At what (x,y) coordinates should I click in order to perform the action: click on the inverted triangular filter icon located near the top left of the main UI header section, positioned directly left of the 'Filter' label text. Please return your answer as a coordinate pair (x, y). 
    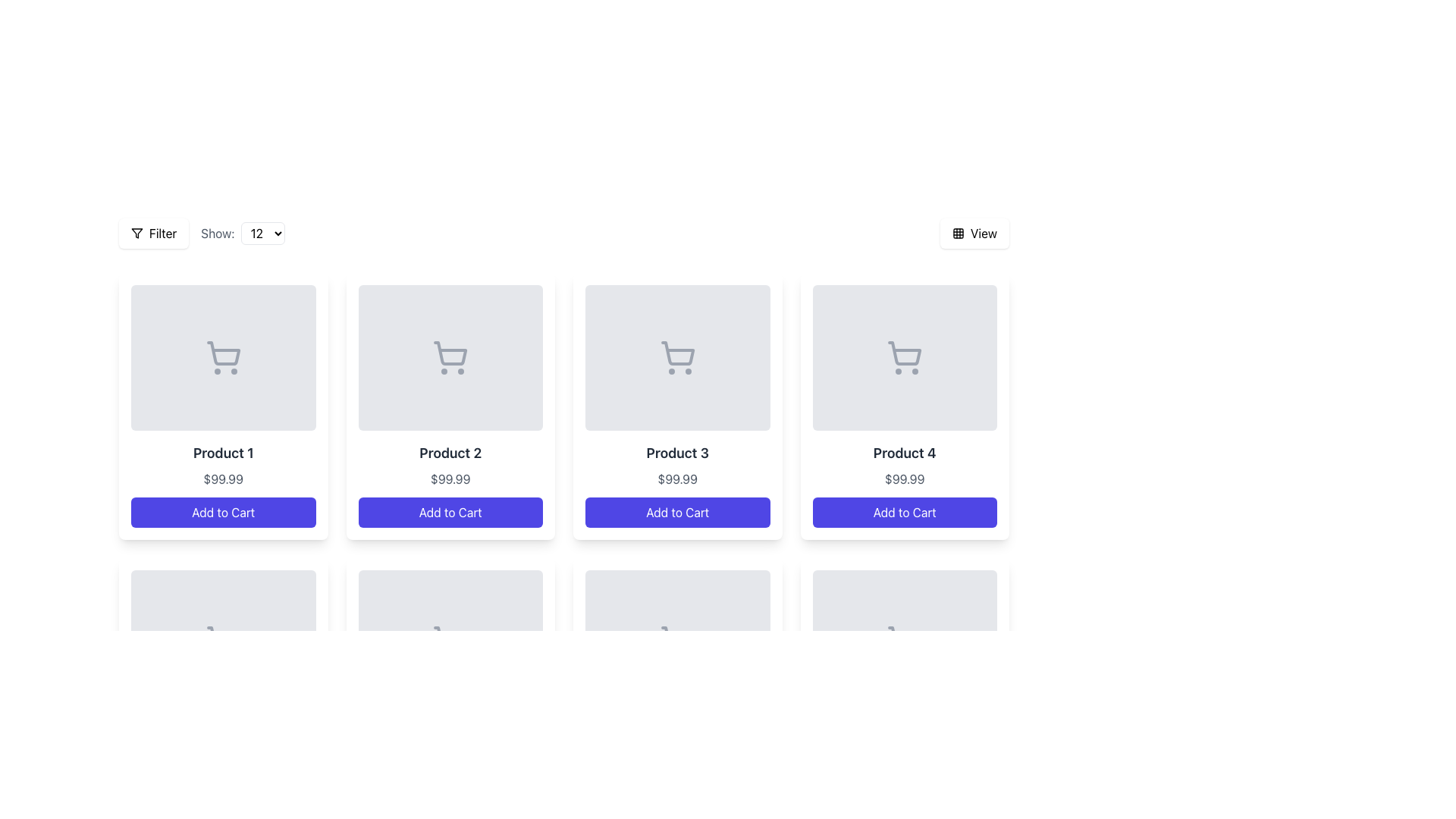
    Looking at the image, I should click on (137, 234).